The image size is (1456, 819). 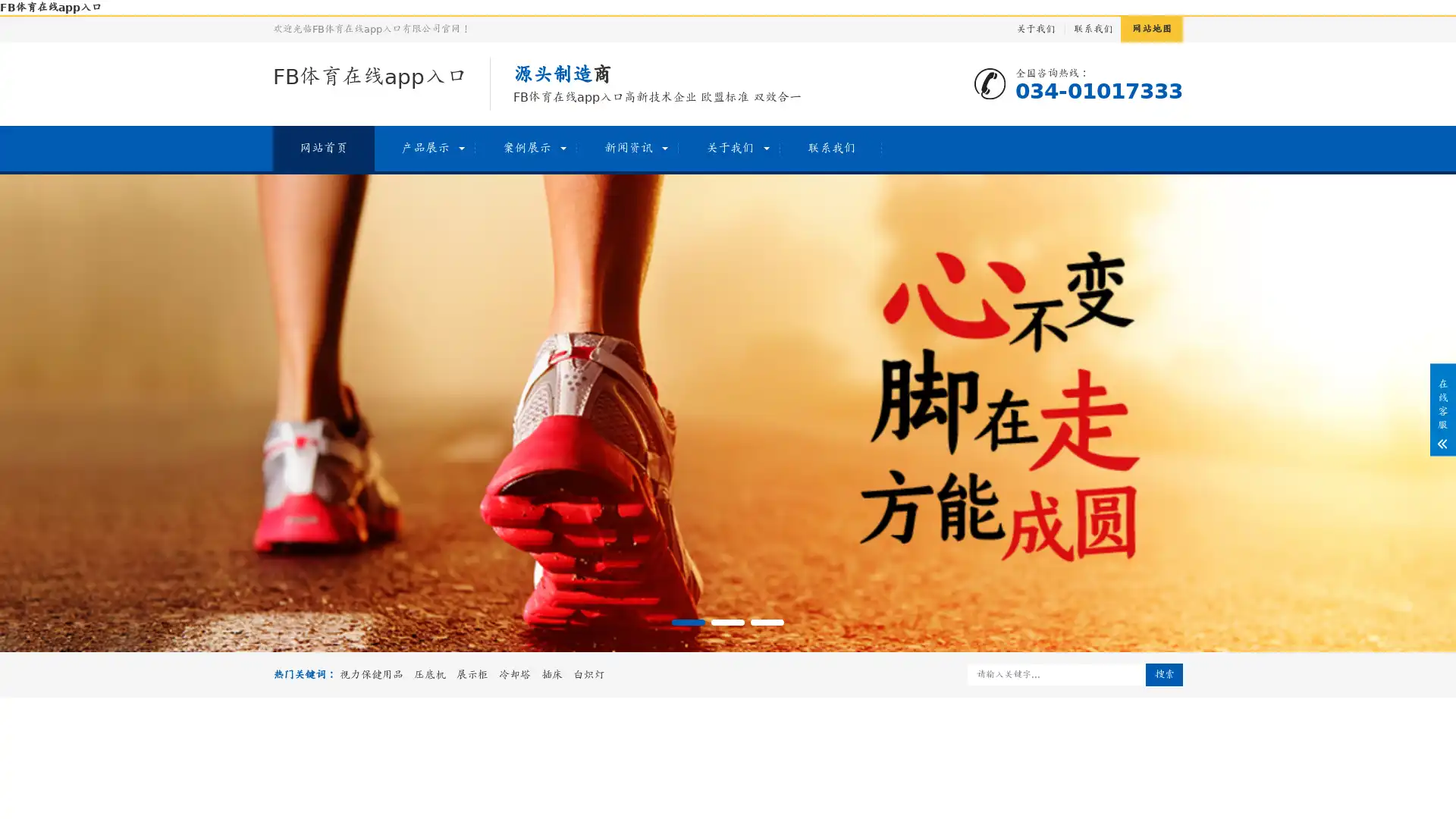 What do you see at coordinates (687, 623) in the screenshot?
I see `Go to slide 1` at bounding box center [687, 623].